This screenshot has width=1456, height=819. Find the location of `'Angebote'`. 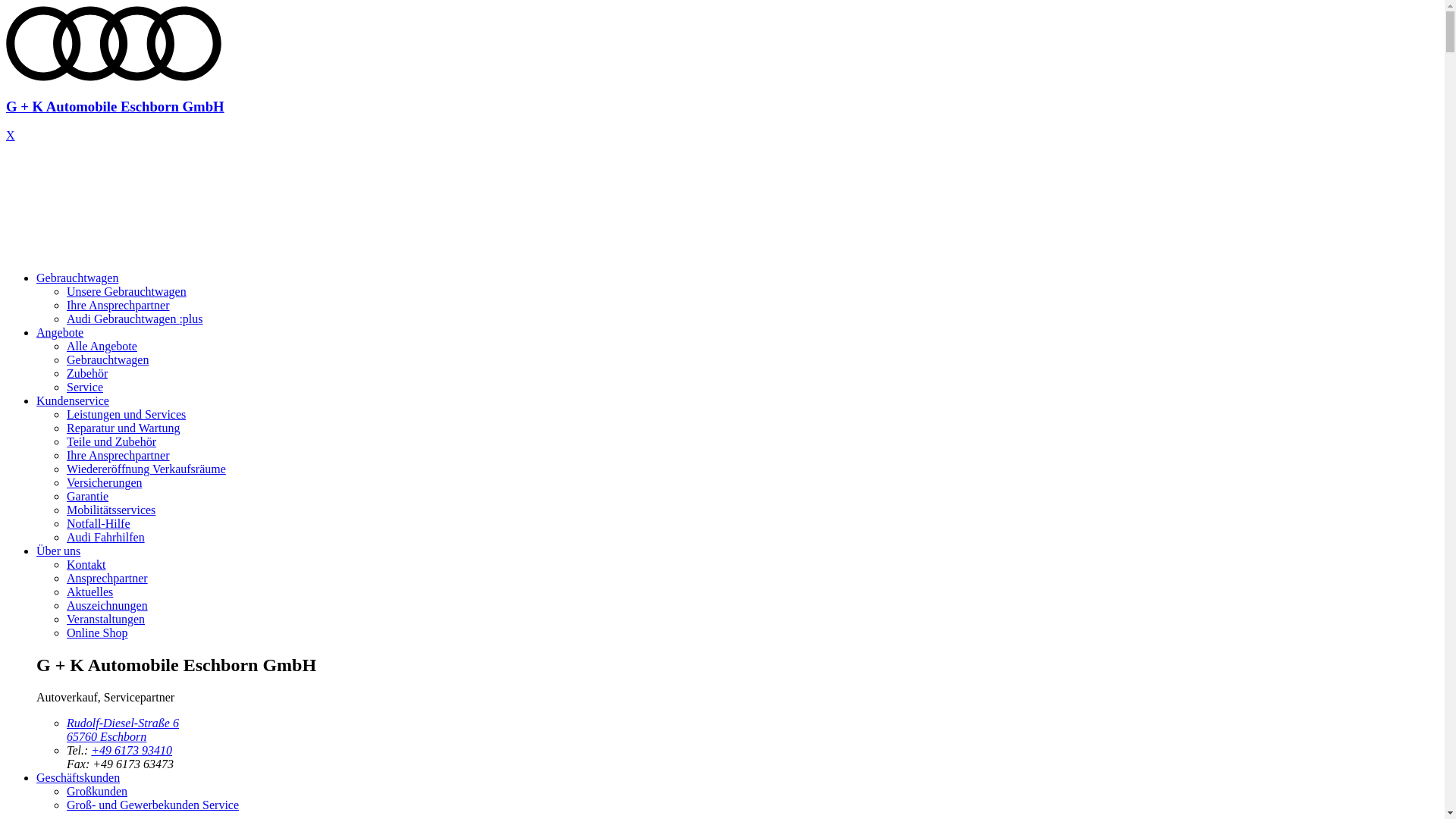

'Angebote' is located at coordinates (36, 331).